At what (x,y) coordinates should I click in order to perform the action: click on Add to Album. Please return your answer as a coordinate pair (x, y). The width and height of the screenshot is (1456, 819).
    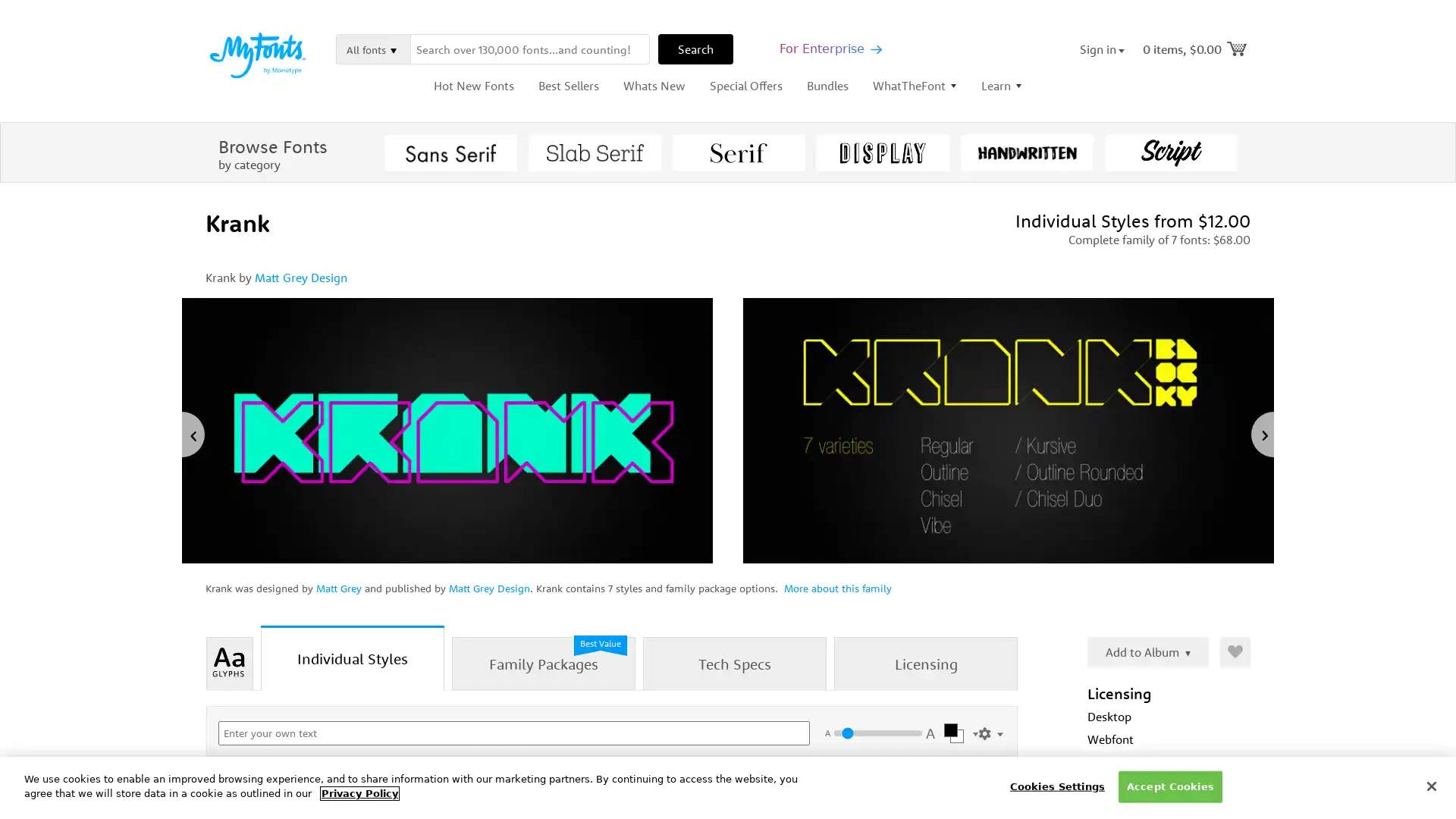
    Looking at the image, I should click on (1147, 651).